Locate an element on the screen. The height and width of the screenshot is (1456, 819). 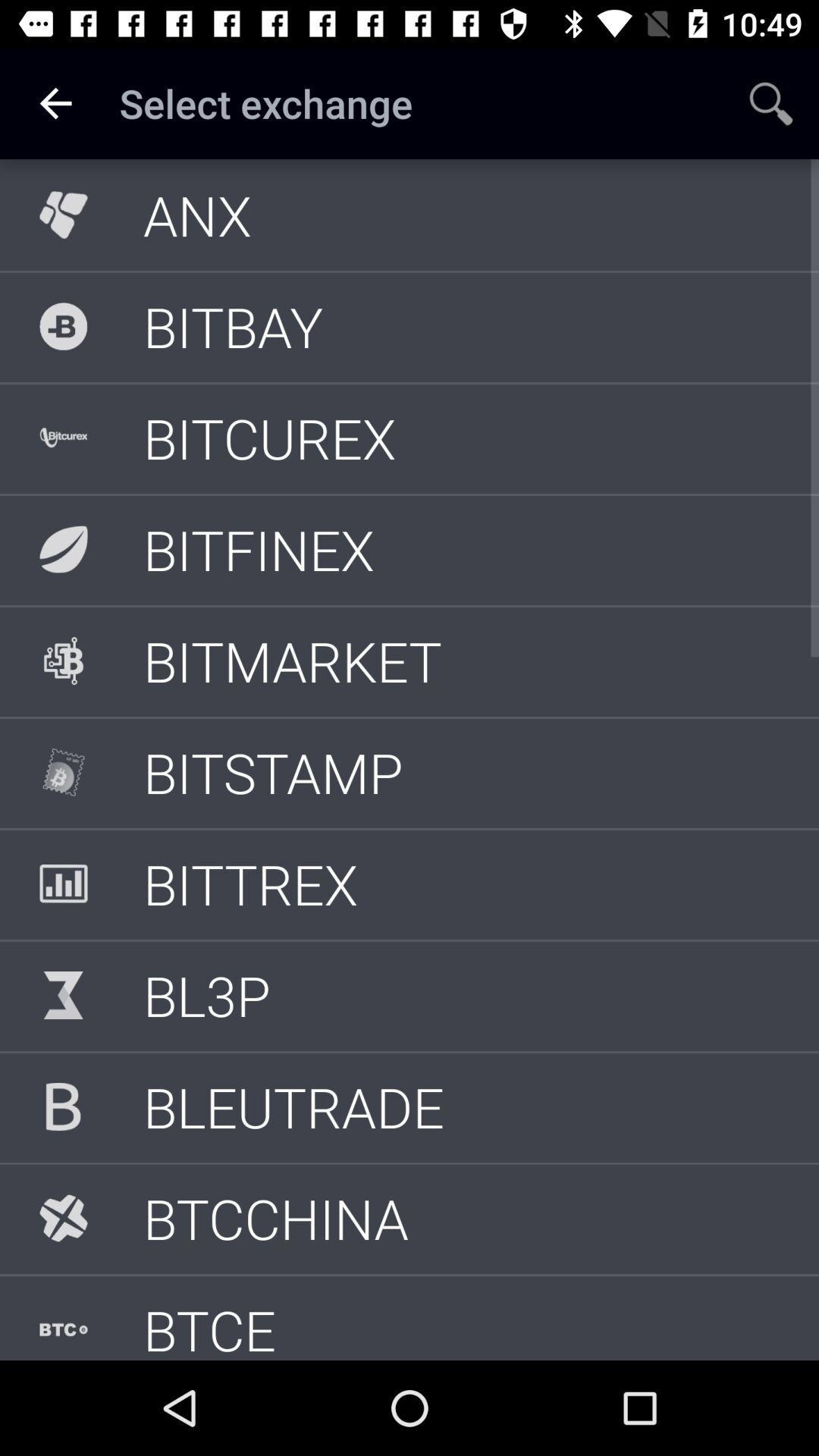
icon next to the select exchange icon is located at coordinates (55, 102).